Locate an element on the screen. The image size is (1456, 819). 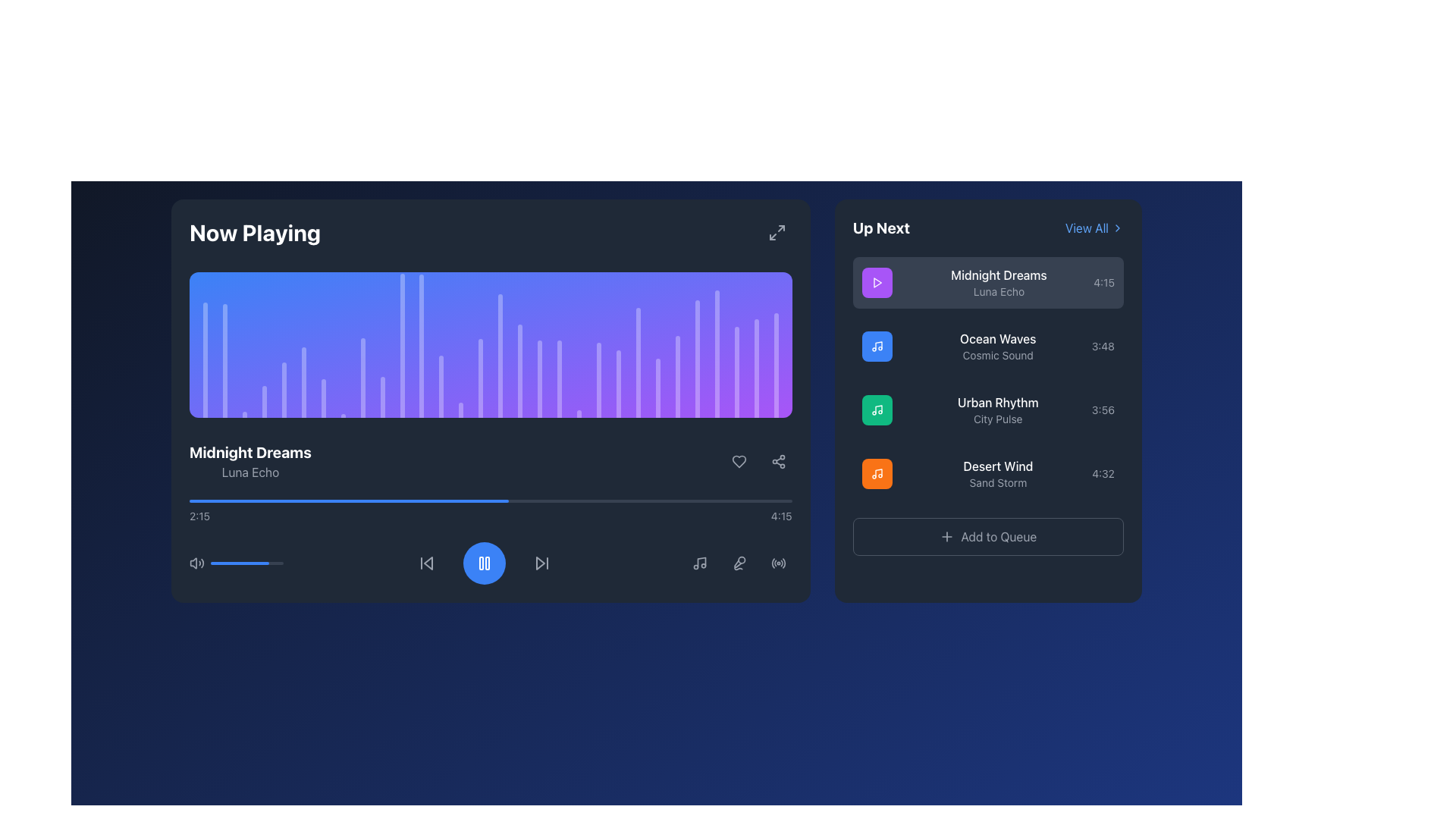
the textual indicator displaying the length or duration of the song 'Ocean Waves' in the 'Up Next' section on the right side of the interface is located at coordinates (1103, 346).